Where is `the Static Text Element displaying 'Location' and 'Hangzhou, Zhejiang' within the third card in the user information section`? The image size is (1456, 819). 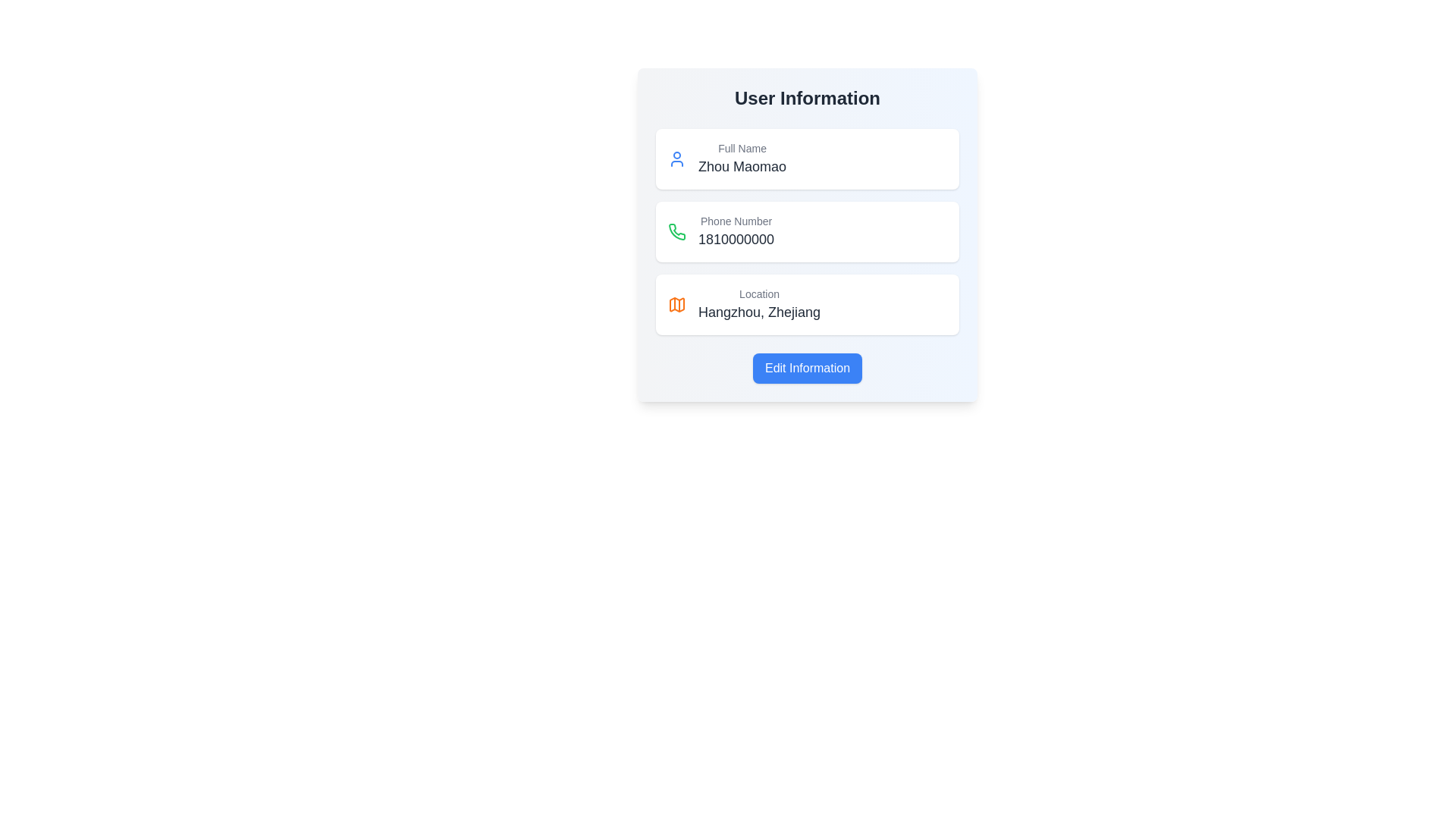
the Static Text Element displaying 'Location' and 'Hangzhou, Zhejiang' within the third card in the user information section is located at coordinates (759, 304).